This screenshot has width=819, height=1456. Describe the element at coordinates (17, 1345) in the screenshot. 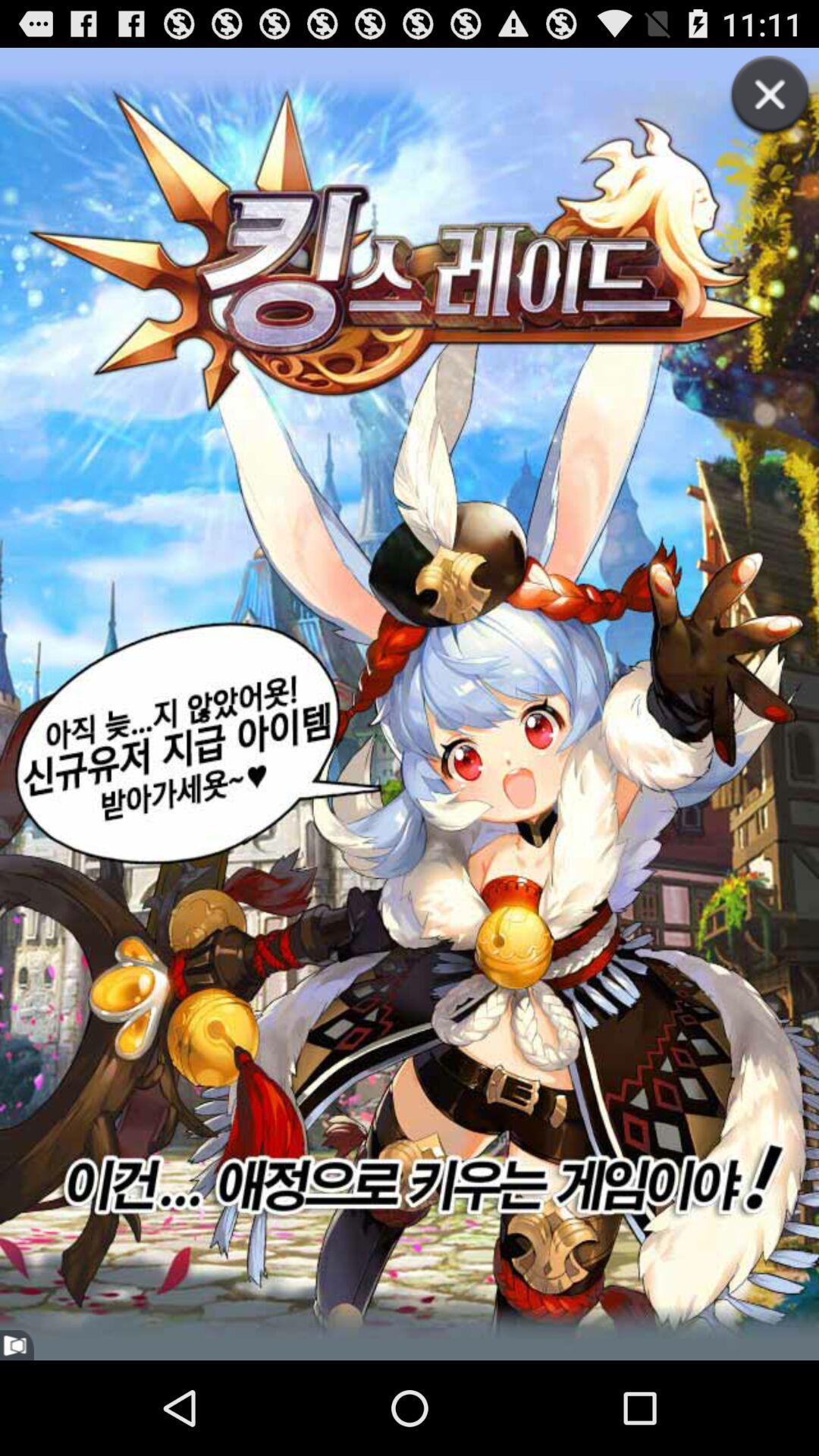

I see `item at the bottom left corner` at that location.